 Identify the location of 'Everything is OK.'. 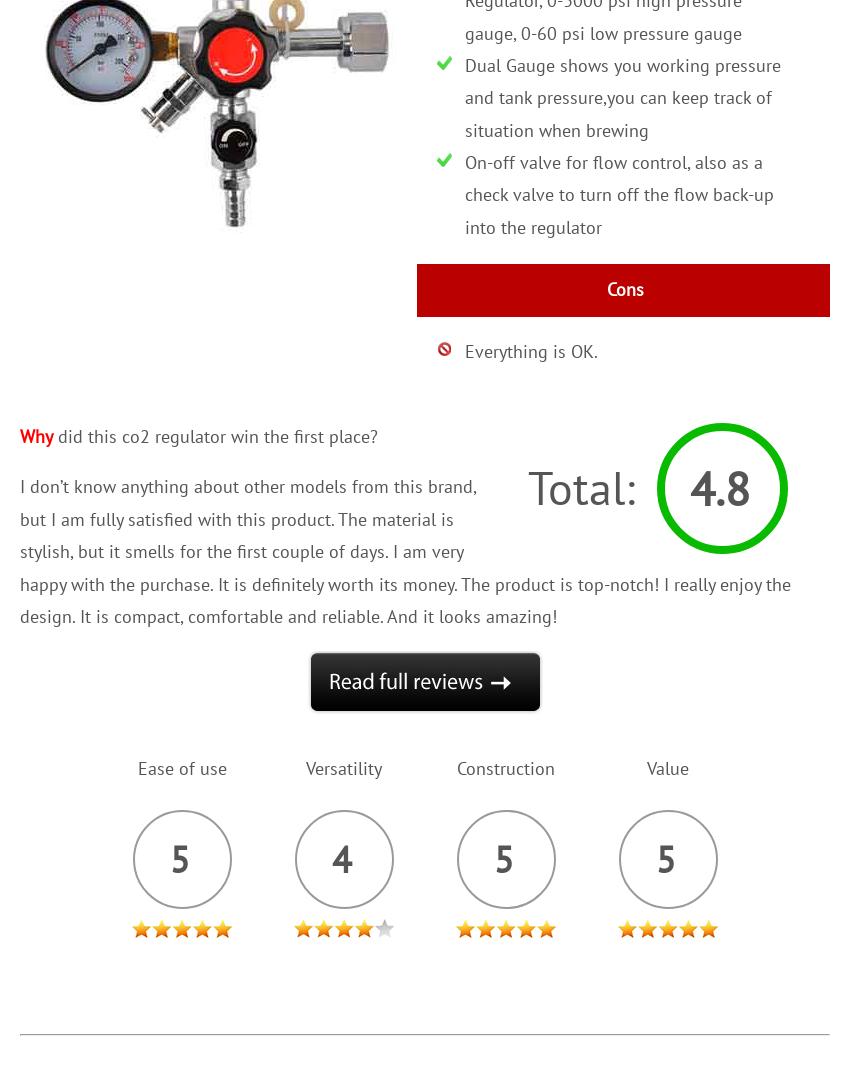
(463, 350).